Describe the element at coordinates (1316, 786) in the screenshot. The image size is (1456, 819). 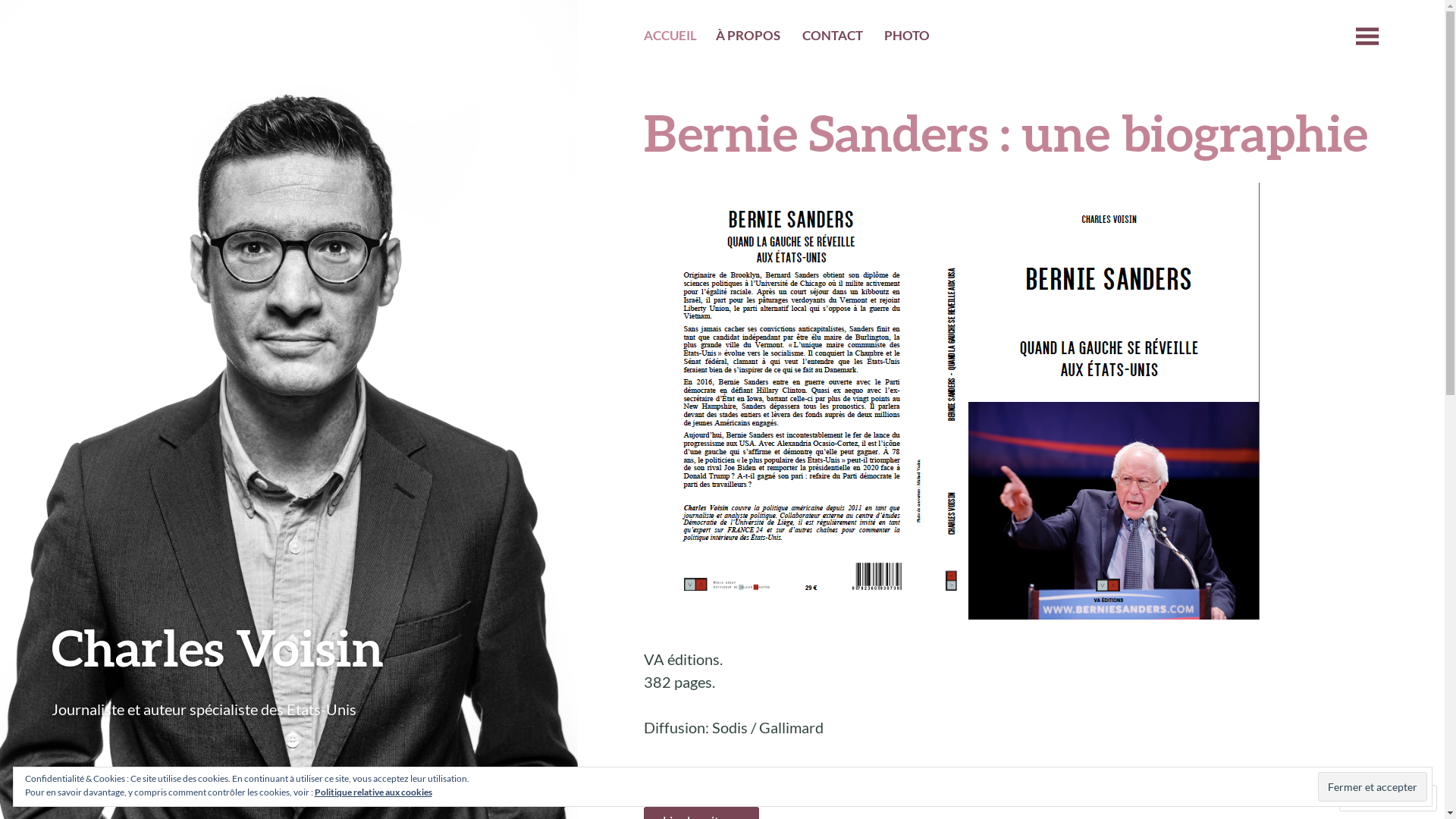
I see `'Fermer et accepter'` at that location.